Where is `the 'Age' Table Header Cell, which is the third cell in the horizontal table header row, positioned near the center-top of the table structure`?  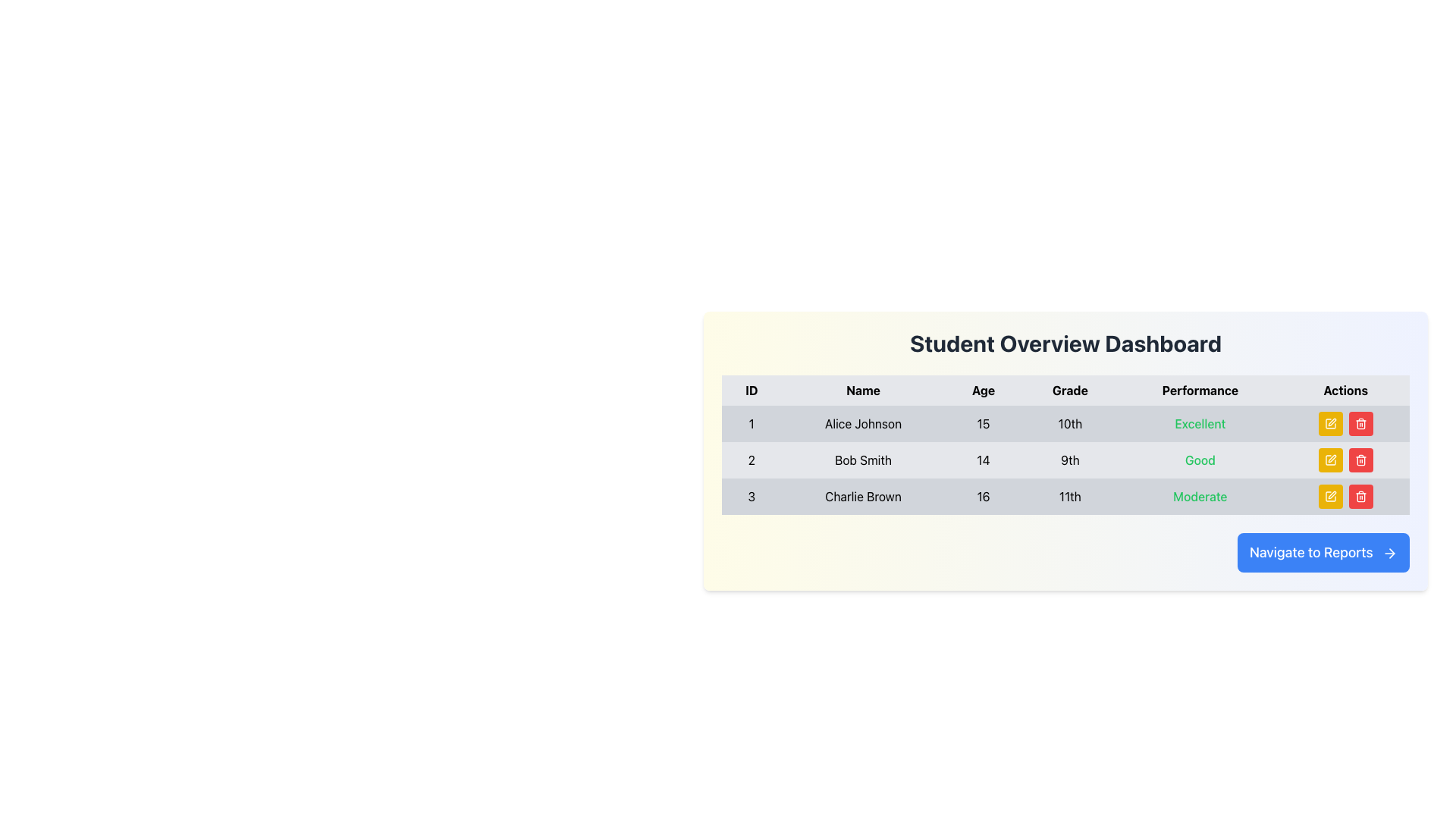
the 'Age' Table Header Cell, which is the third cell in the horizontal table header row, positioned near the center-top of the table structure is located at coordinates (983, 390).